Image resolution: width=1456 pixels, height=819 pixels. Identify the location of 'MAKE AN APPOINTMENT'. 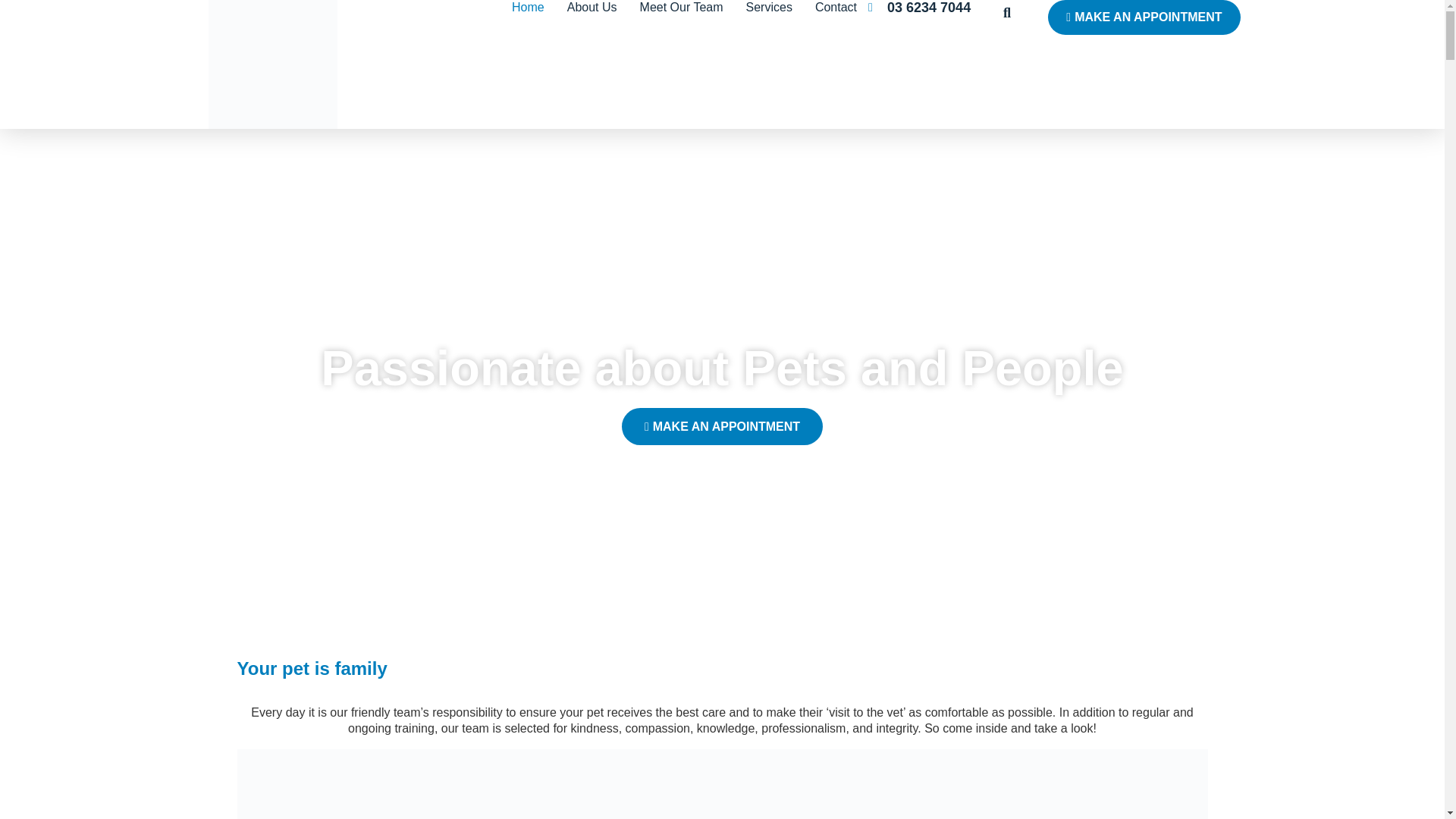
(622, 426).